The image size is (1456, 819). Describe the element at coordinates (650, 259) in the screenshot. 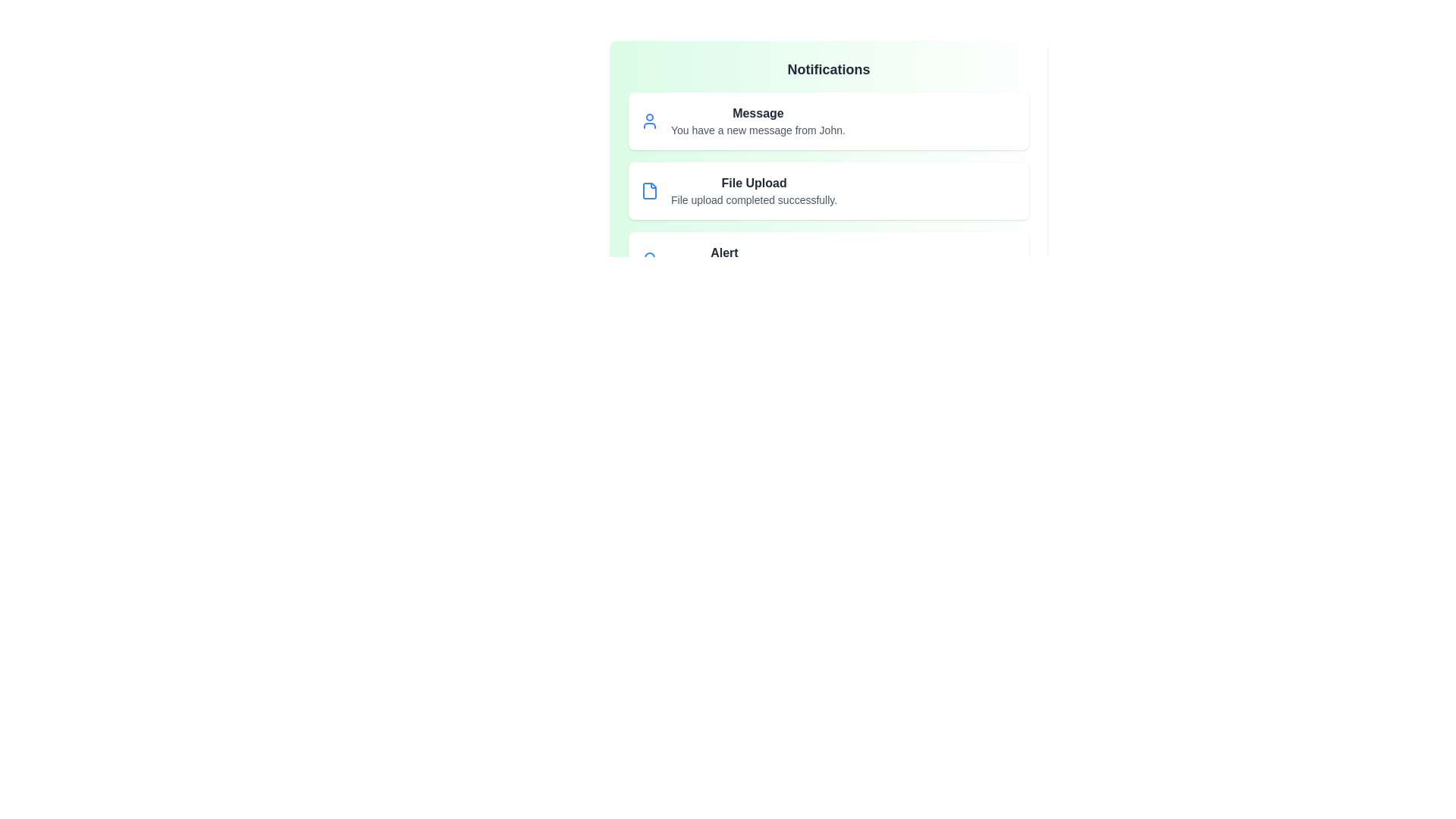

I see `the notification icon for Alert` at that location.